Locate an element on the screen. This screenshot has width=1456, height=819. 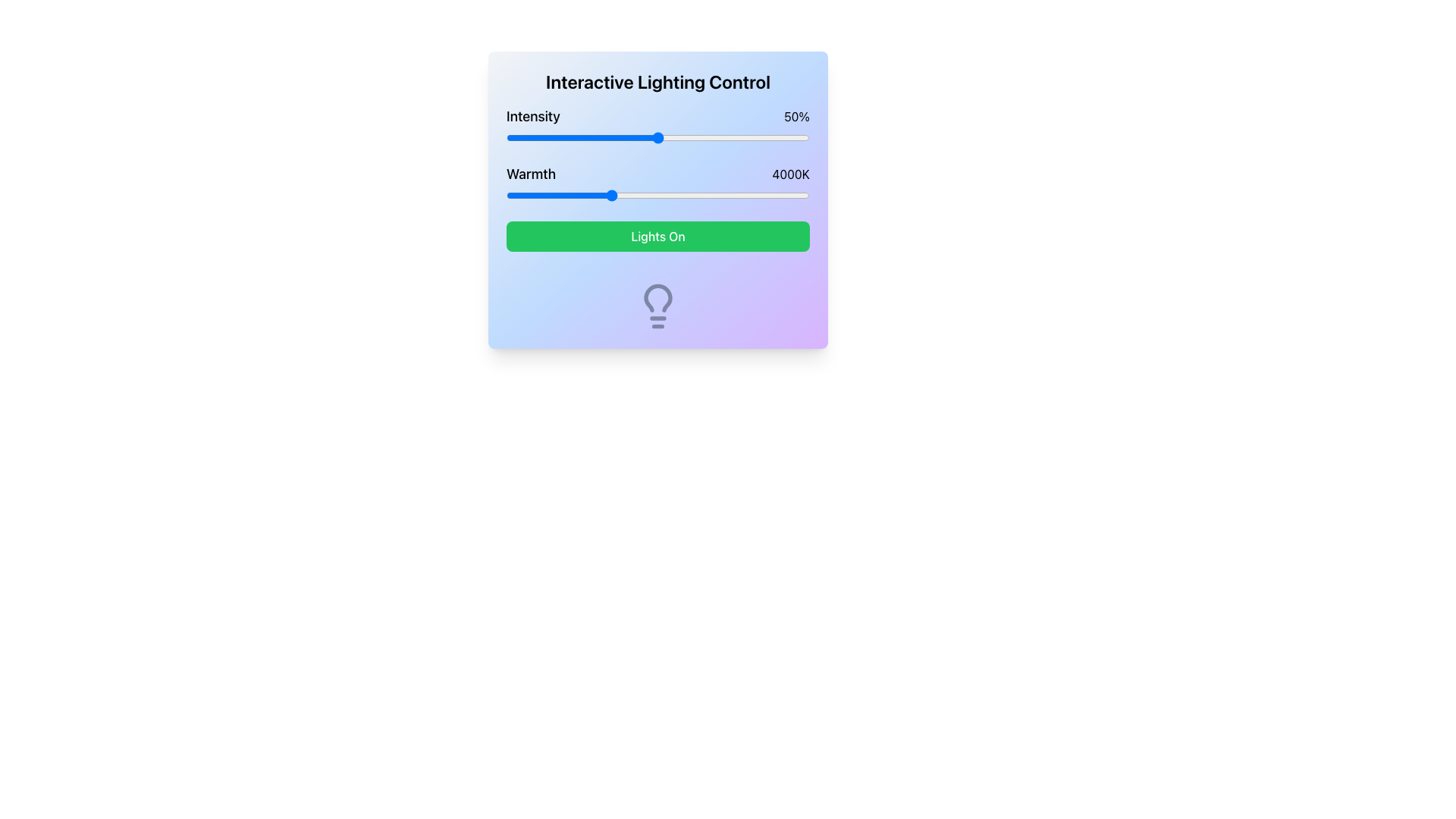
warmth is located at coordinates (528, 195).